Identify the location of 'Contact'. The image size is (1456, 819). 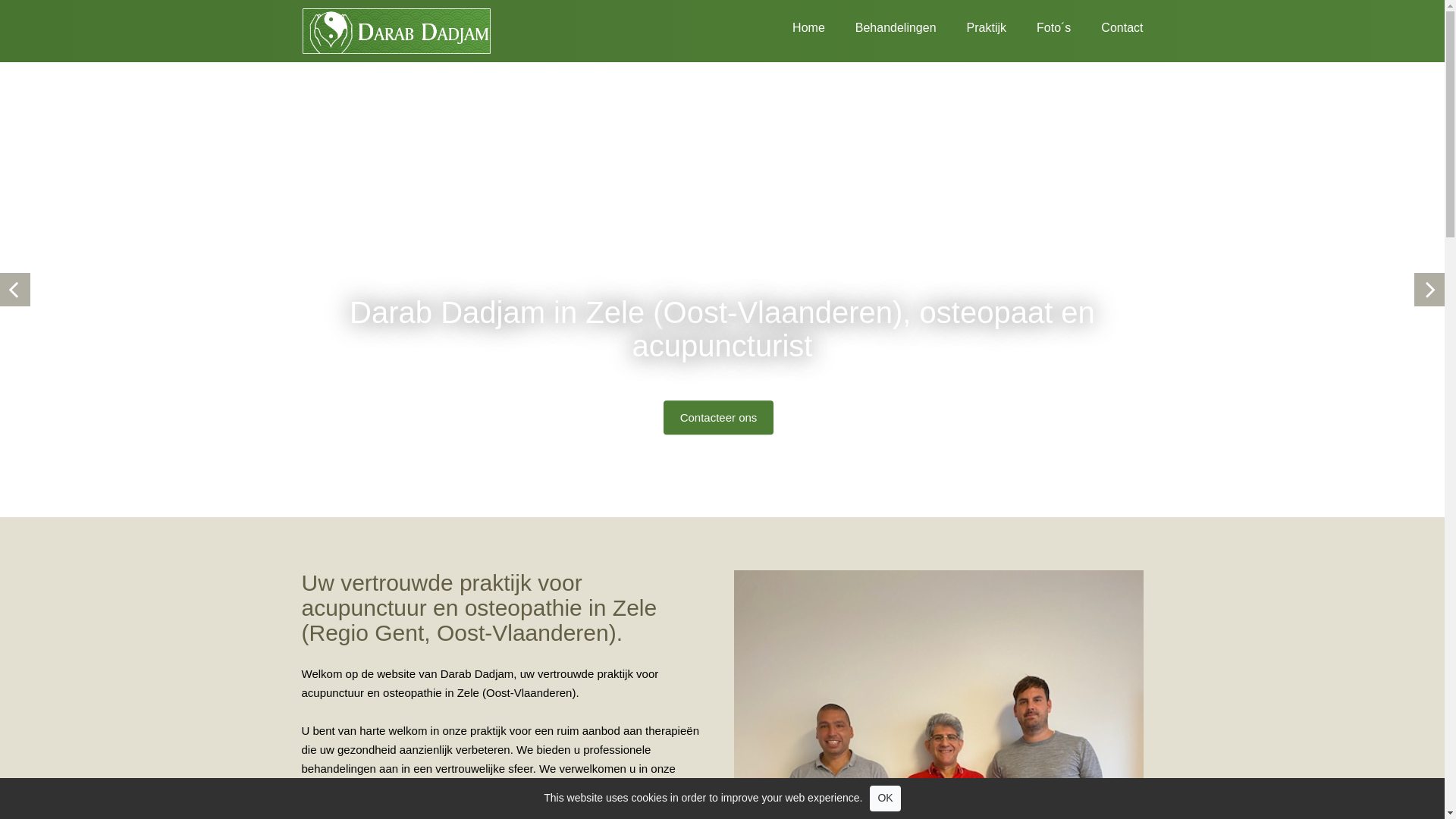
(1069, 25).